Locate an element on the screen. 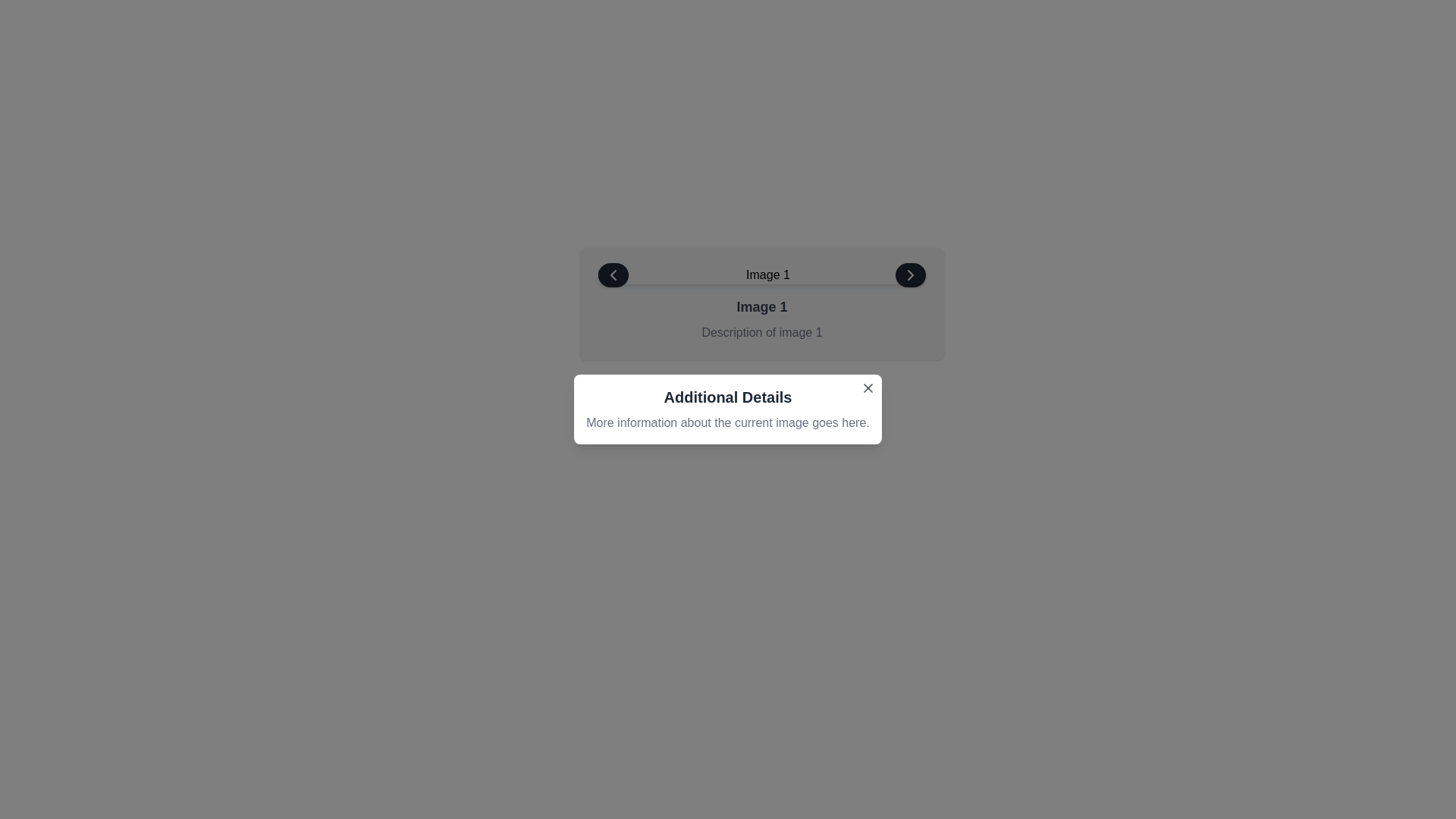  the small gray 'X' button located at the top-right corner of the 'Additional Details' modal to change its appearance is located at coordinates (868, 388).